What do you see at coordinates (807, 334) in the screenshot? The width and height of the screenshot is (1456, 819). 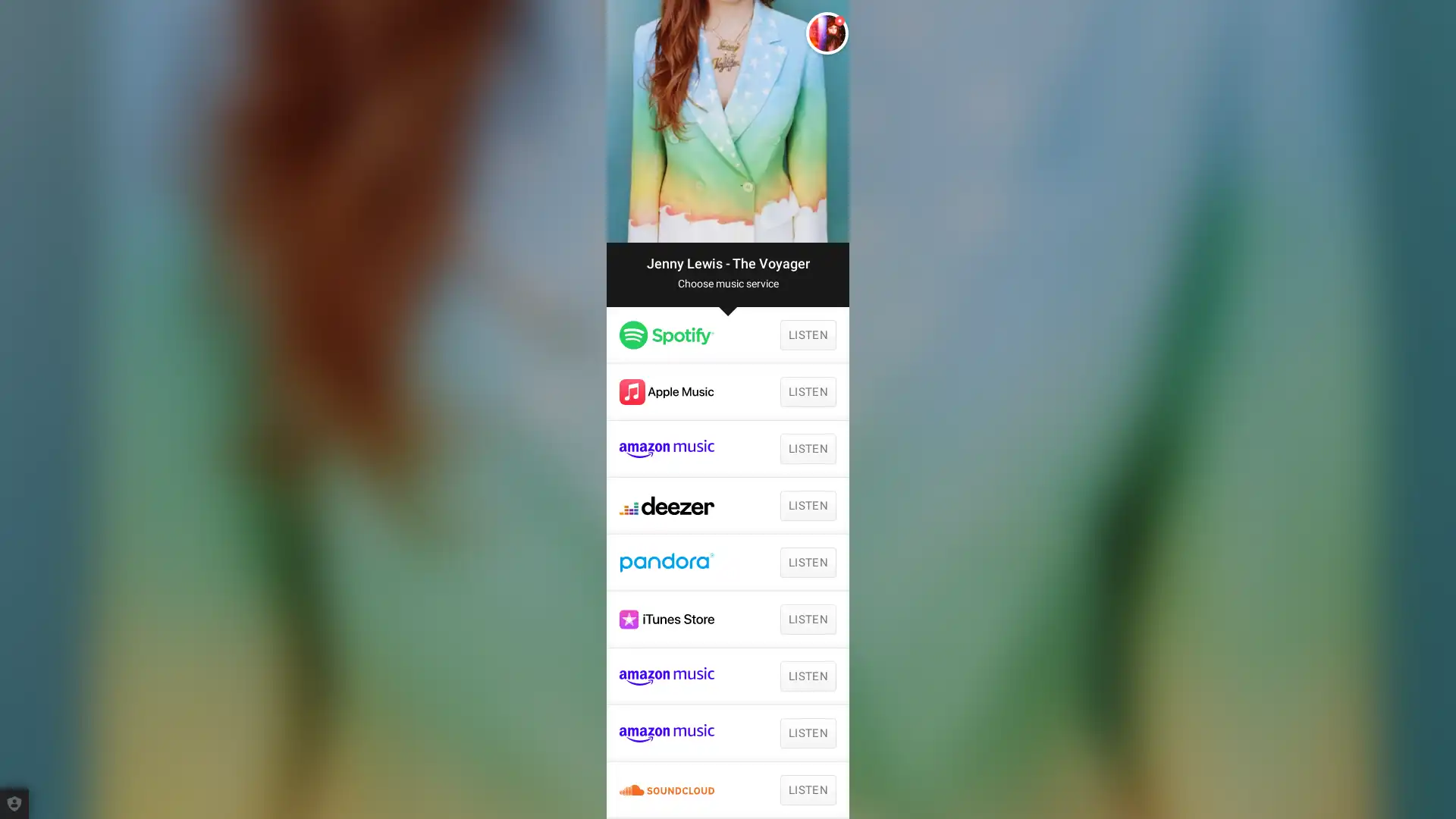 I see `LISTEN` at bounding box center [807, 334].